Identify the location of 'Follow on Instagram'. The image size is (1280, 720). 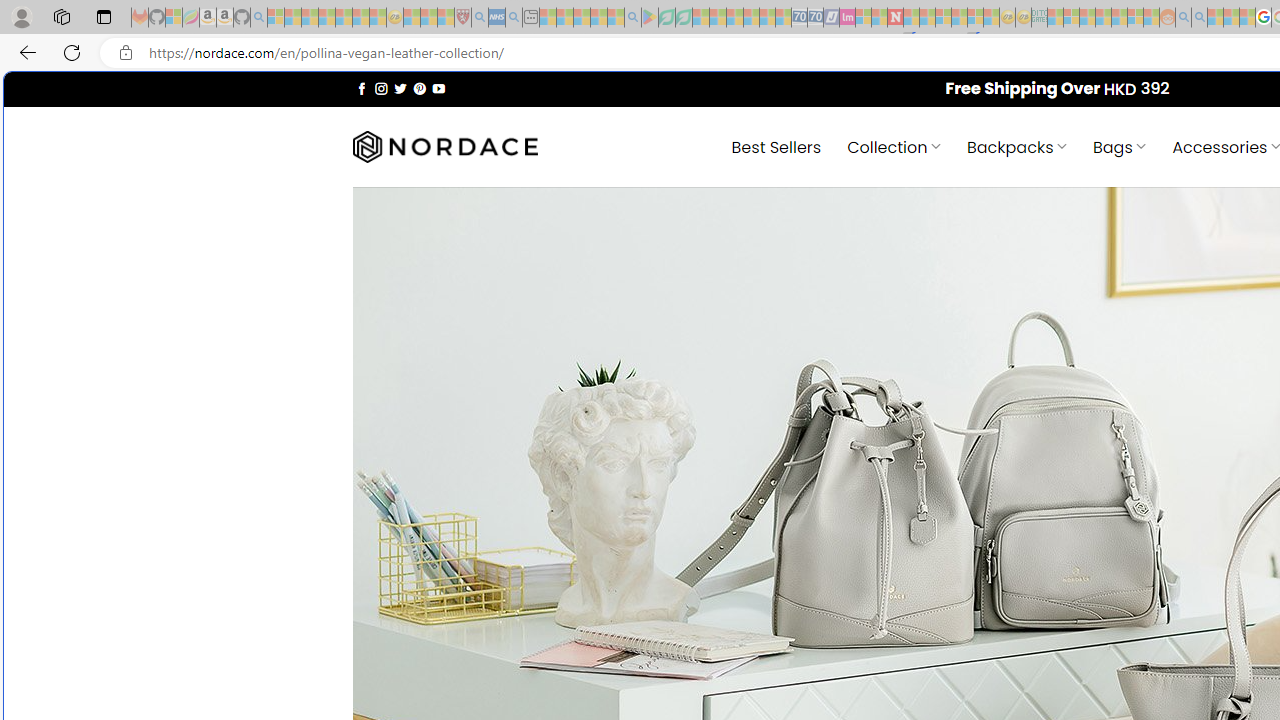
(381, 87).